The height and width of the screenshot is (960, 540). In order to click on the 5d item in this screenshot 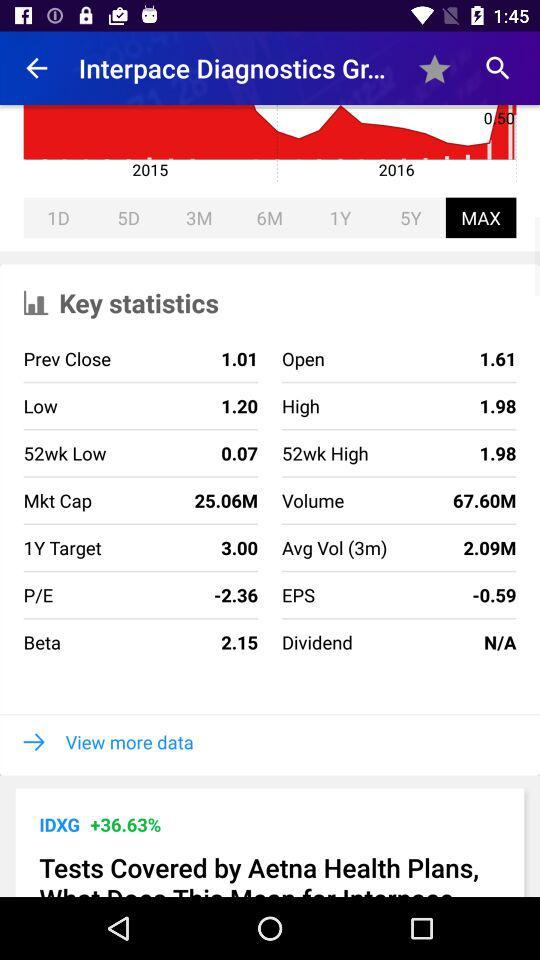, I will do `click(128, 217)`.